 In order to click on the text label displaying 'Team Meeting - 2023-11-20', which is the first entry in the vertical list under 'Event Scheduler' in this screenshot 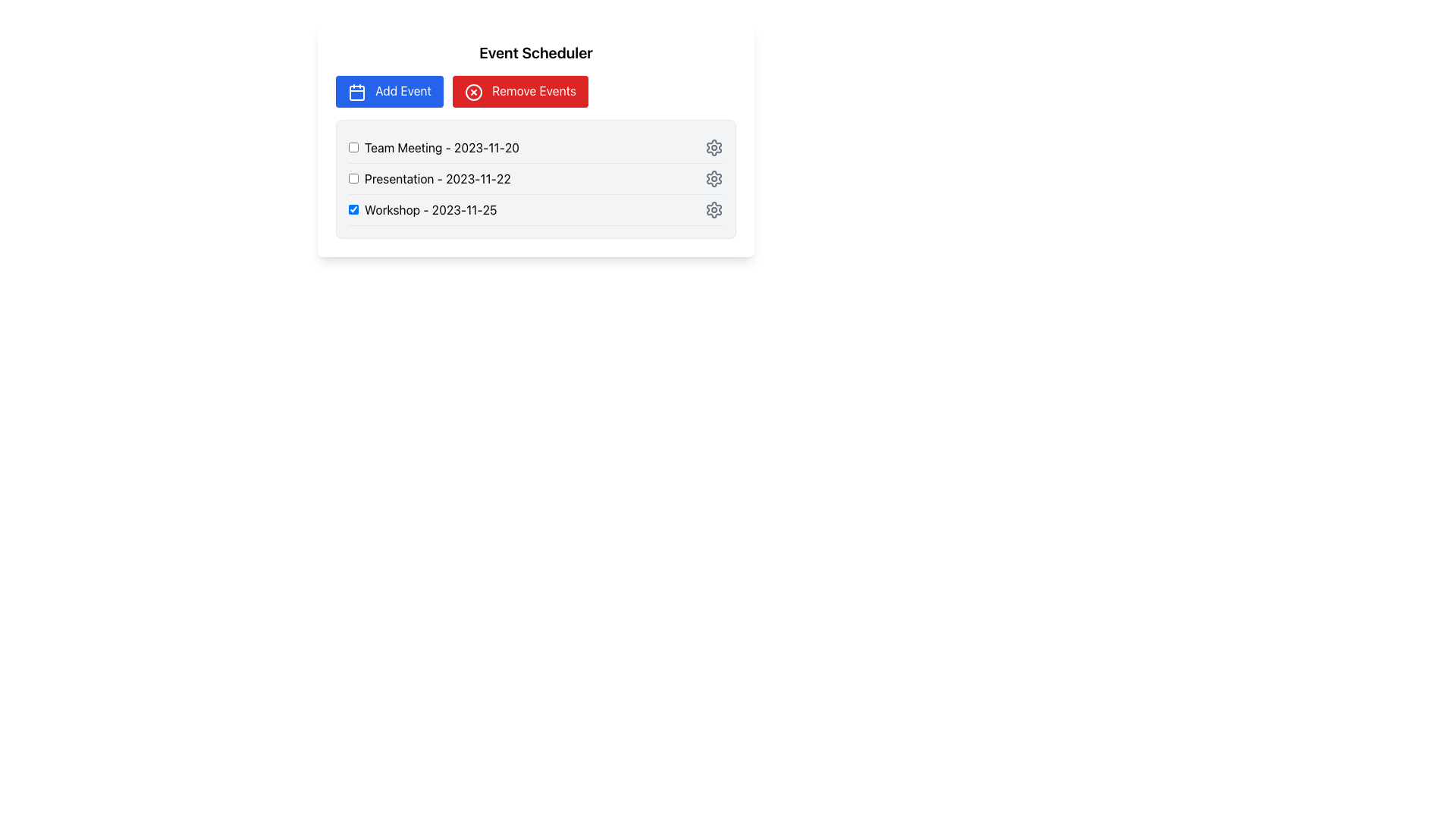, I will do `click(441, 147)`.